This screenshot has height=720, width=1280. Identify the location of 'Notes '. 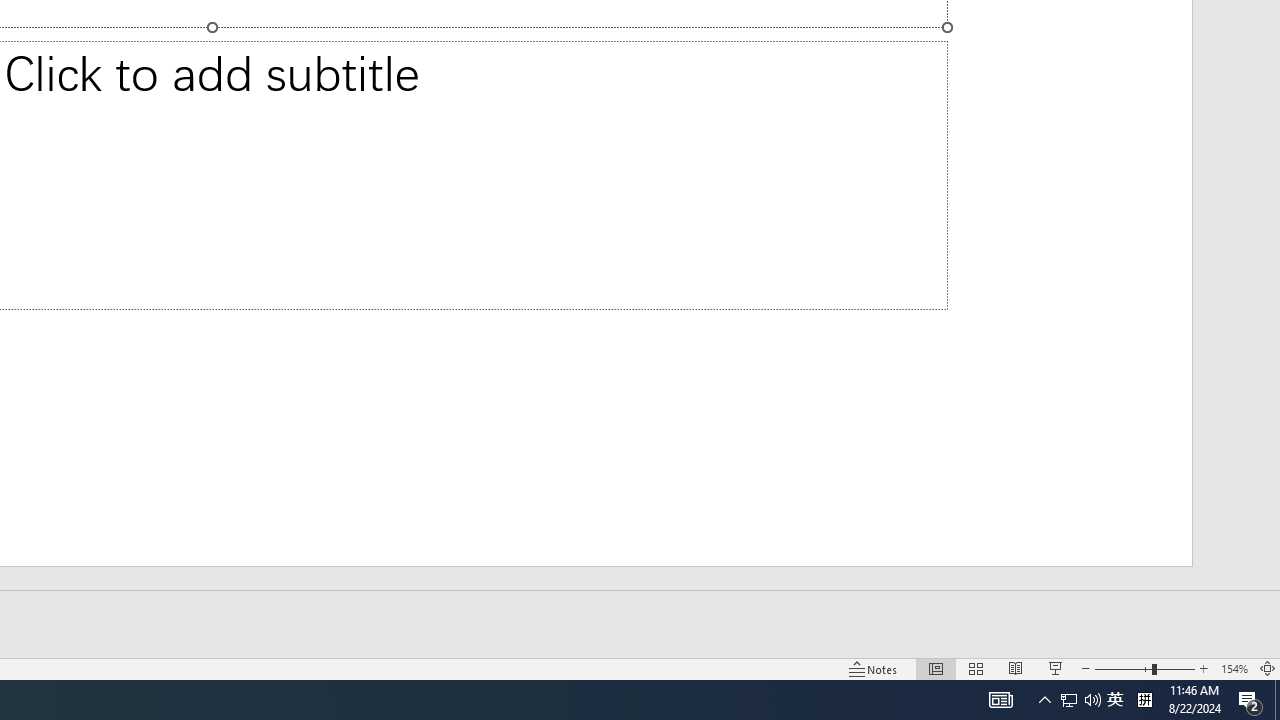
(874, 669).